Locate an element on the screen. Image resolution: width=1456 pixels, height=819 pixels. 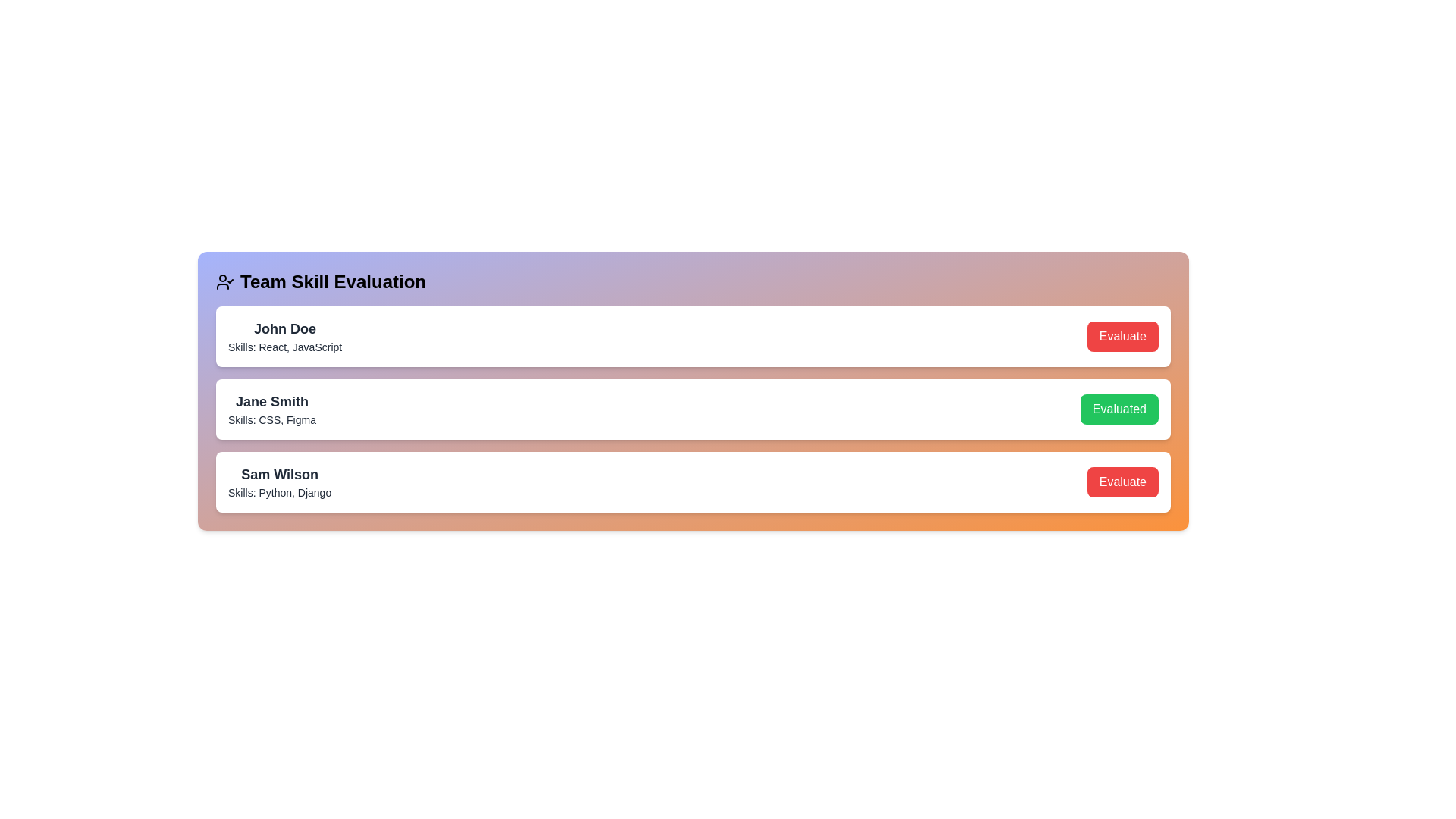
text label that provides information about the skills of the individual 'Sam Wilson', located beneath the name in the third card of the vertical stack is located at coordinates (280, 493).